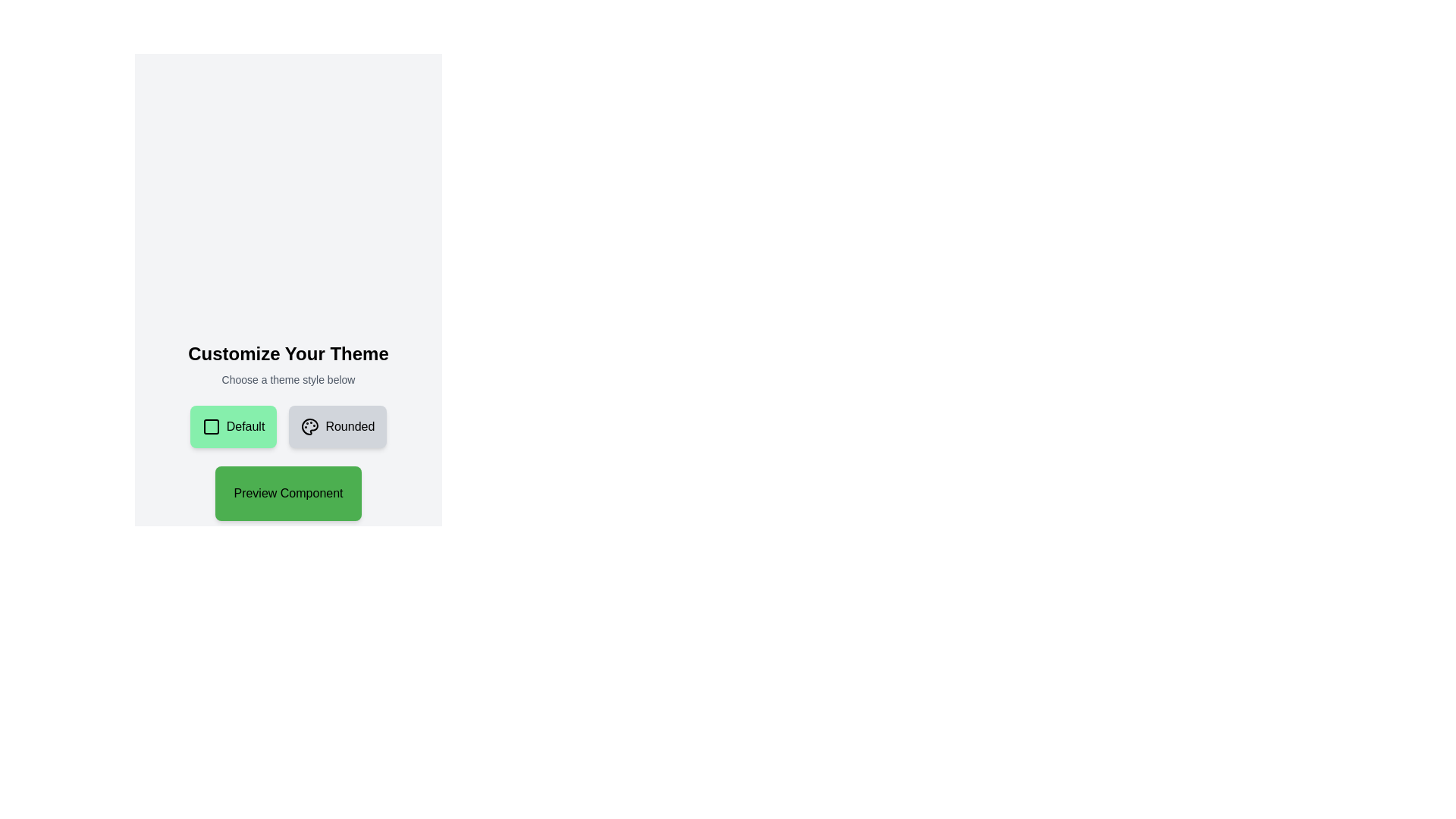 This screenshot has width=1456, height=819. I want to click on the Text header element that serves as a focal point for the theme customization options, located near the top of the visible content area, so click(288, 353).